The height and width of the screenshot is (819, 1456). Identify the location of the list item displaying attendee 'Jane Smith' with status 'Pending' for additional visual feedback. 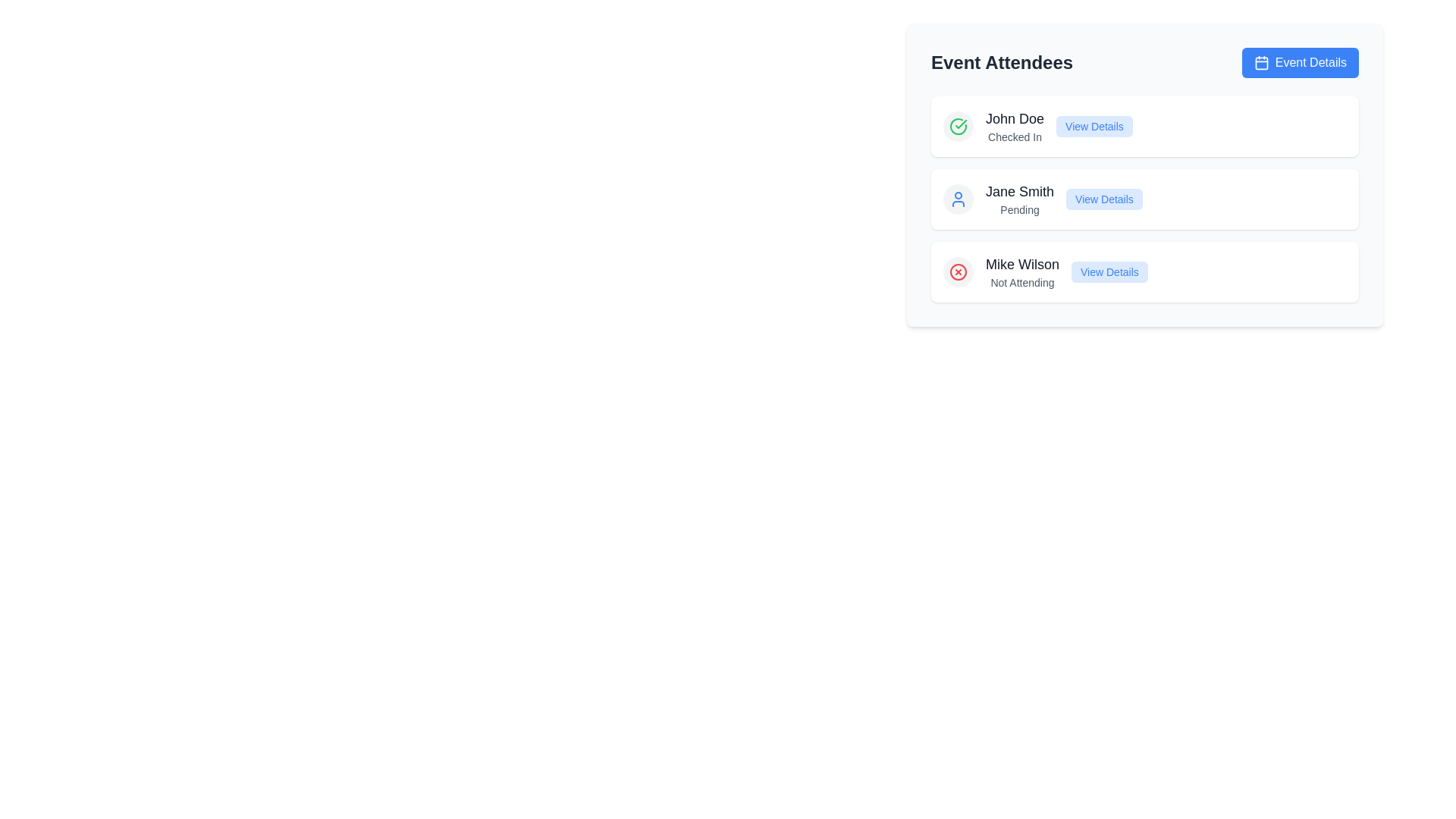
(1145, 198).